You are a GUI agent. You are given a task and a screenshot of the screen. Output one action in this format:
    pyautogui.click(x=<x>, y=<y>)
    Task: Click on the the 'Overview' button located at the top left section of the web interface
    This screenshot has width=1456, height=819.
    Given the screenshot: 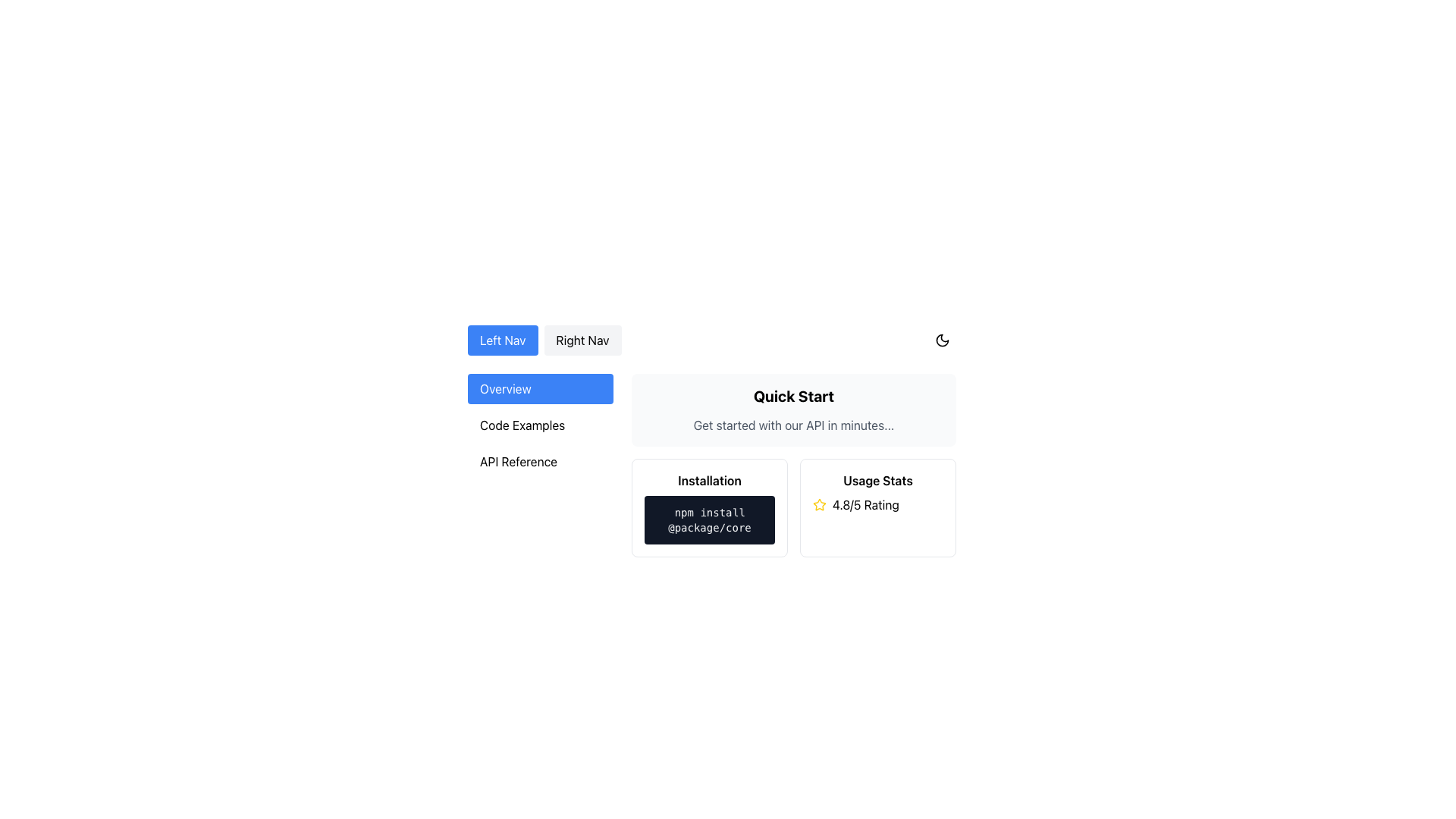 What is the action you would take?
    pyautogui.click(x=541, y=388)
    